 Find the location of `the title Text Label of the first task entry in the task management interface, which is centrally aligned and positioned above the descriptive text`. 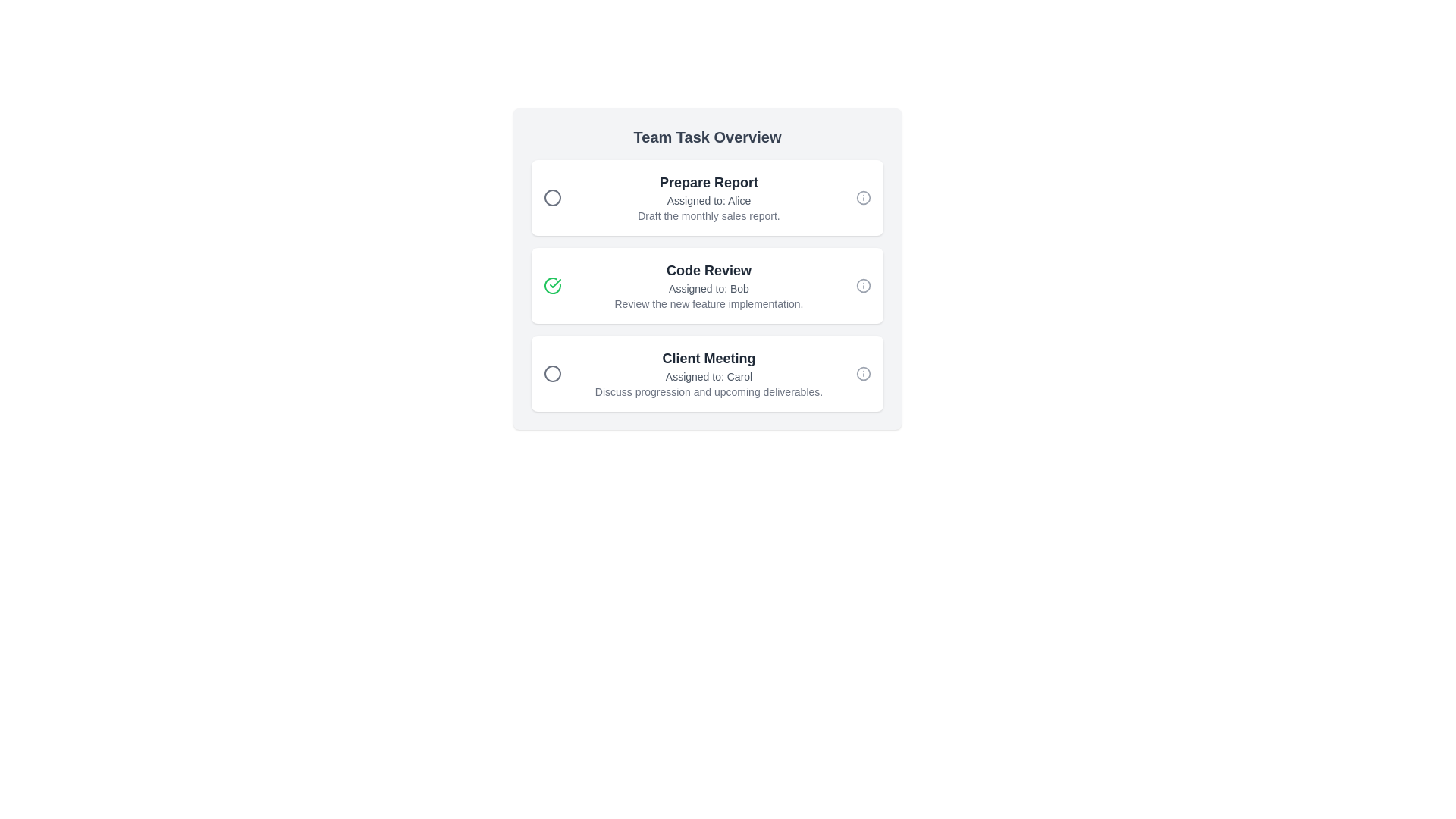

the title Text Label of the first task entry in the task management interface, which is centrally aligned and positioned above the descriptive text is located at coordinates (708, 181).